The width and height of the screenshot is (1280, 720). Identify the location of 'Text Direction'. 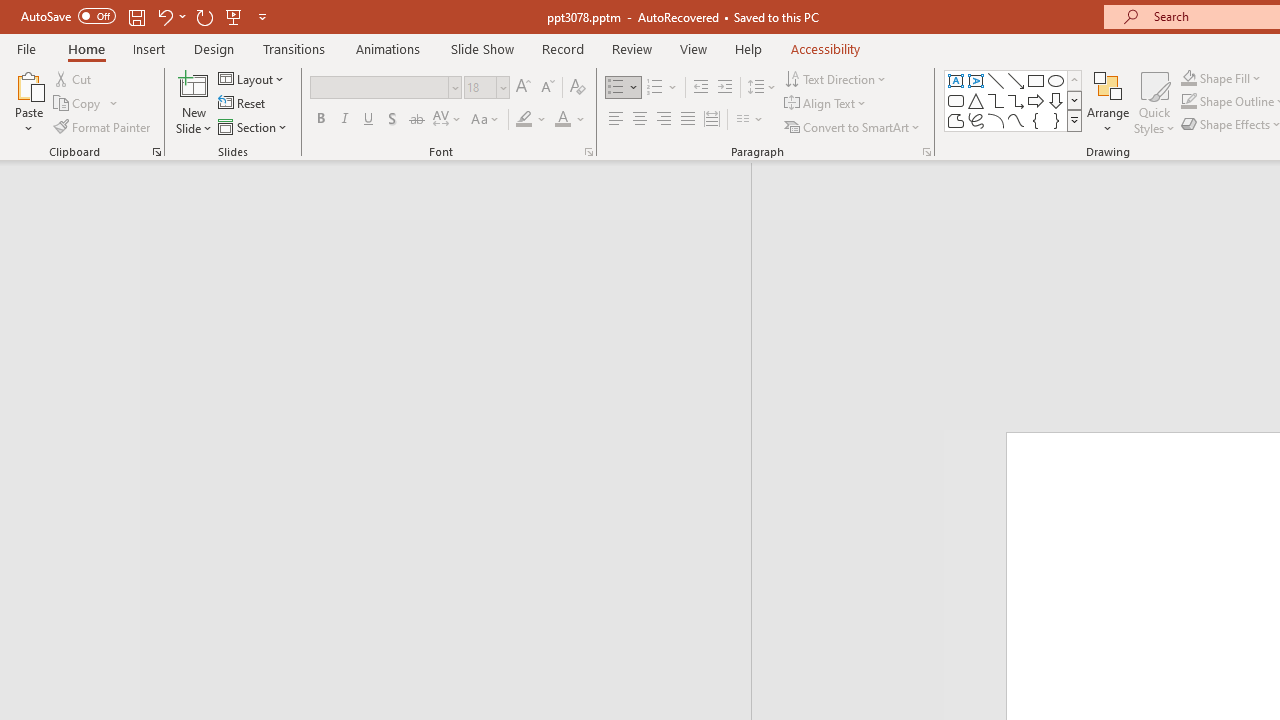
(837, 78).